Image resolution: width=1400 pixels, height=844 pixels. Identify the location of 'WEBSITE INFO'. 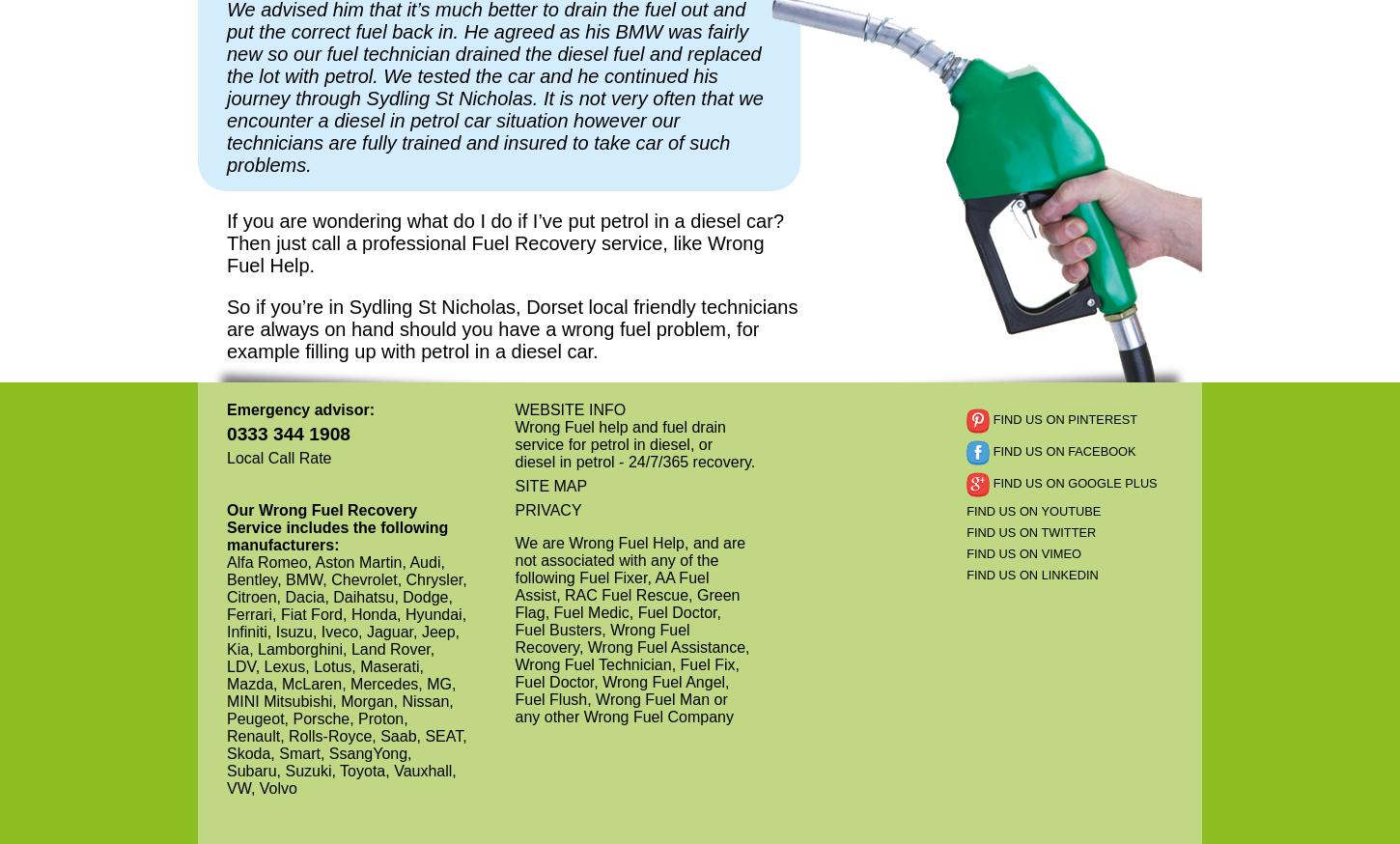
(515, 408).